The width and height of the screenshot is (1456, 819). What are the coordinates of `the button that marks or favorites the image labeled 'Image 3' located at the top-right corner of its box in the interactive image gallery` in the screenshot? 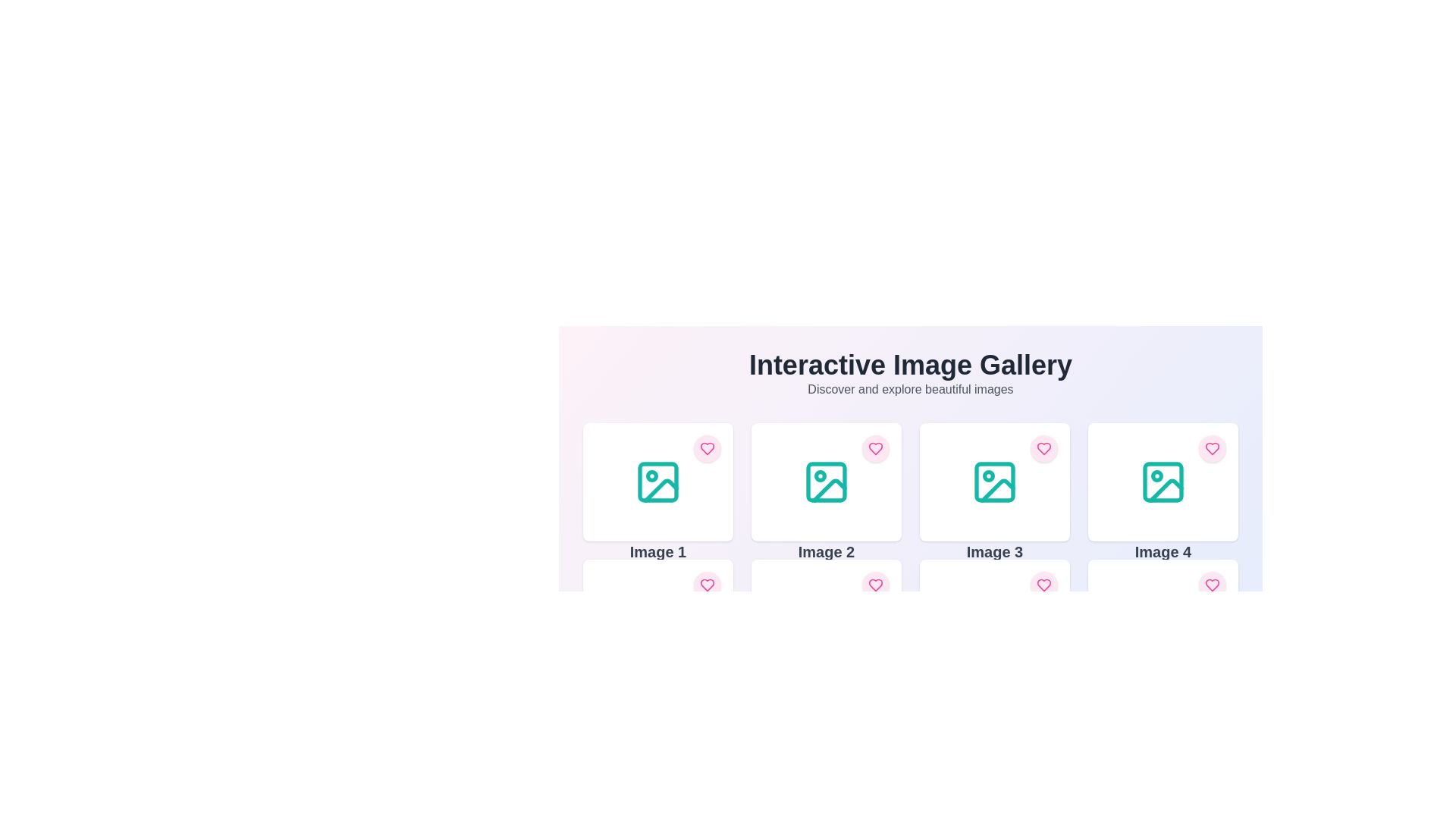 It's located at (1043, 447).